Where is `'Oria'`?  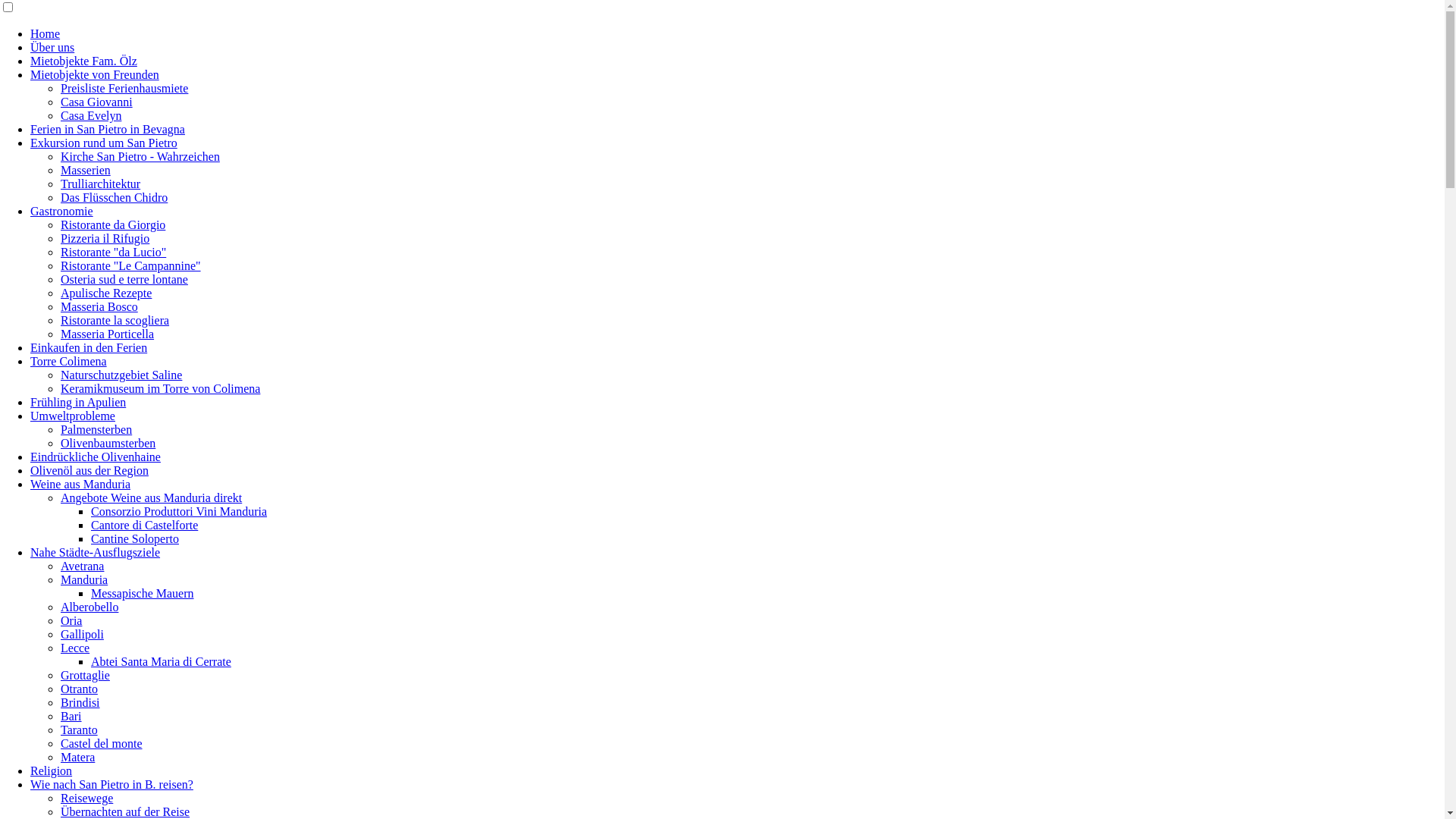
'Oria' is located at coordinates (61, 620).